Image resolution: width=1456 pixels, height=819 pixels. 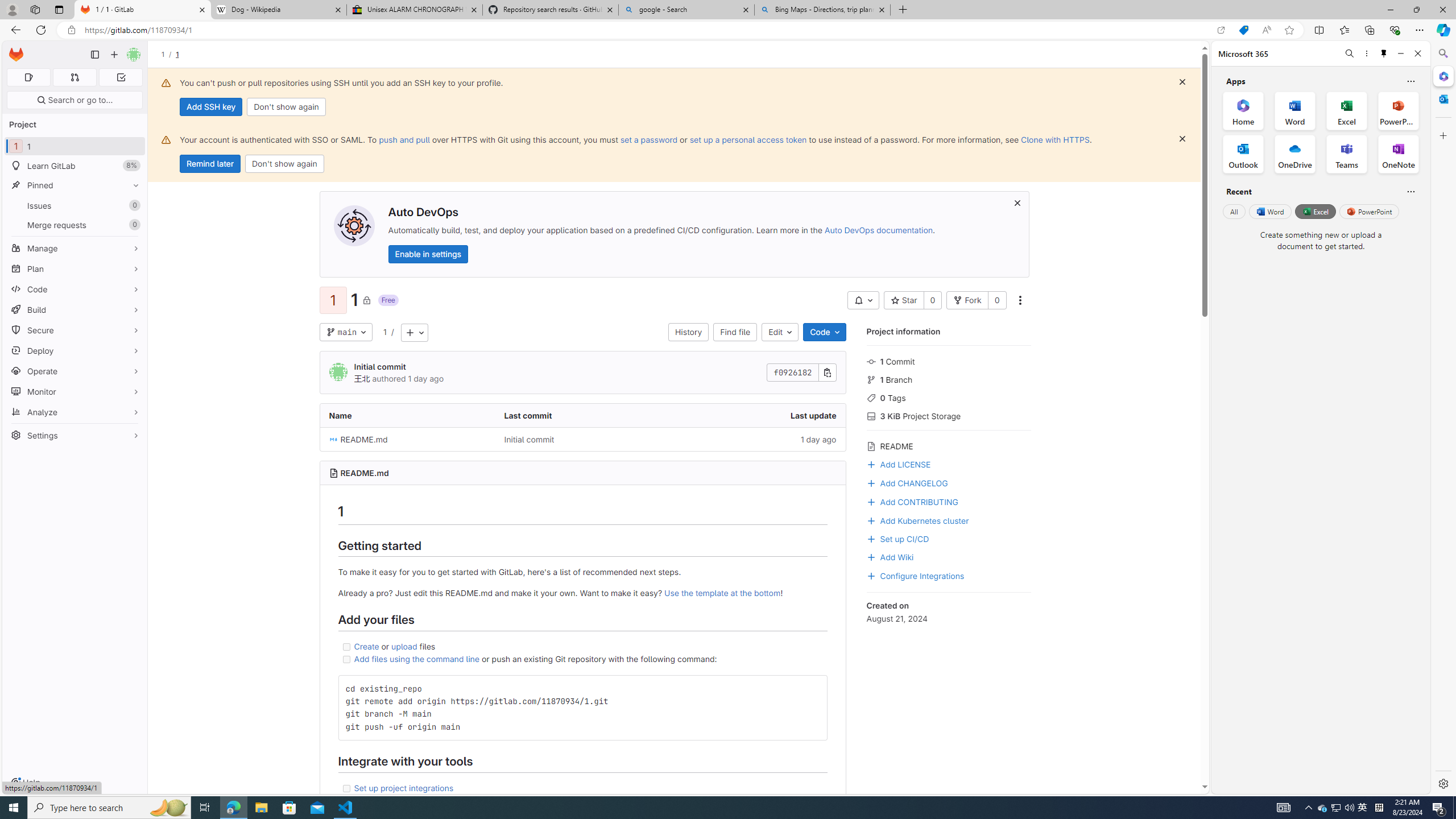 What do you see at coordinates (828, 372) in the screenshot?
I see `'Copy commit SHA'` at bounding box center [828, 372].